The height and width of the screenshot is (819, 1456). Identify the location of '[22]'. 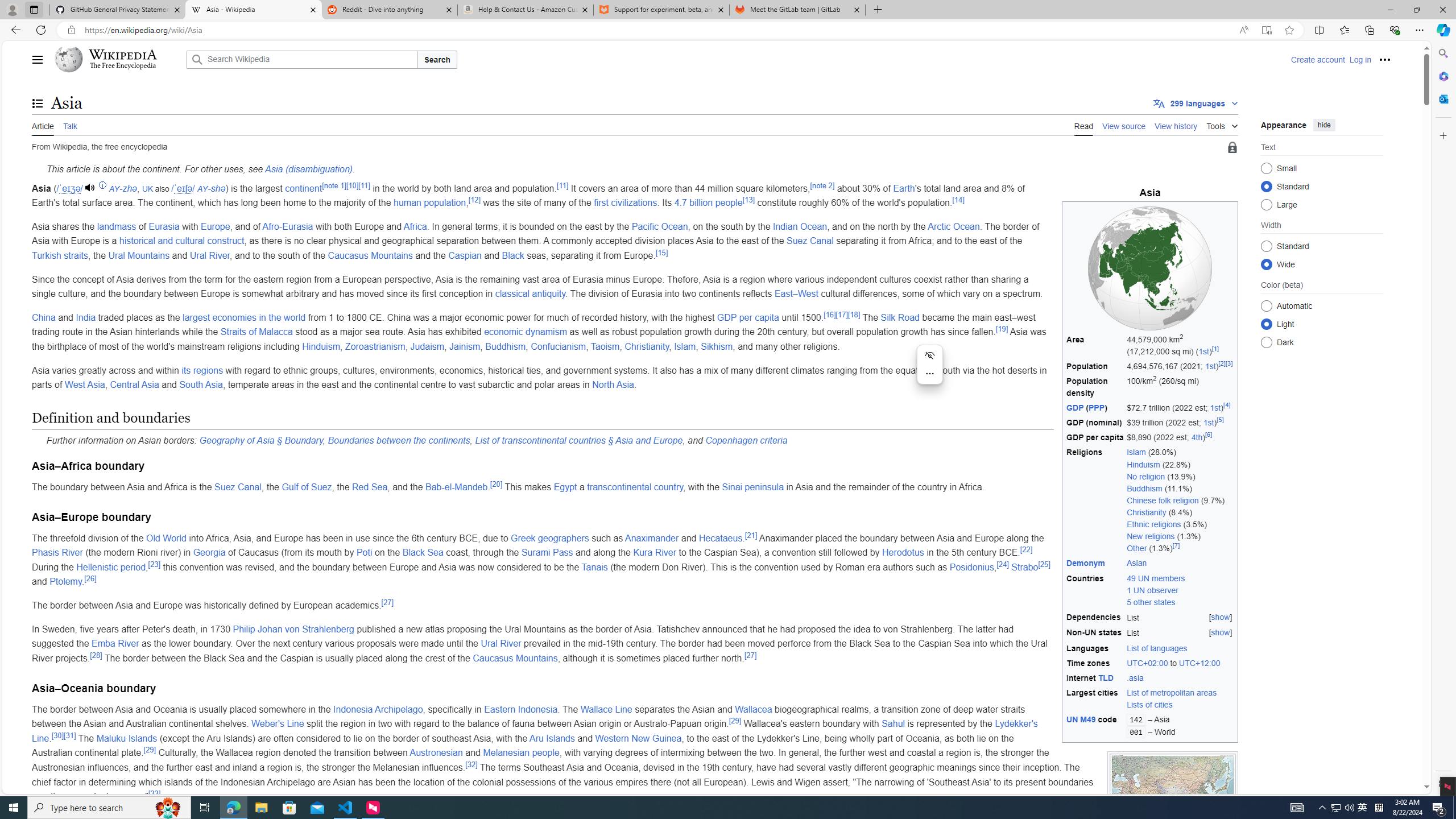
(1025, 549).